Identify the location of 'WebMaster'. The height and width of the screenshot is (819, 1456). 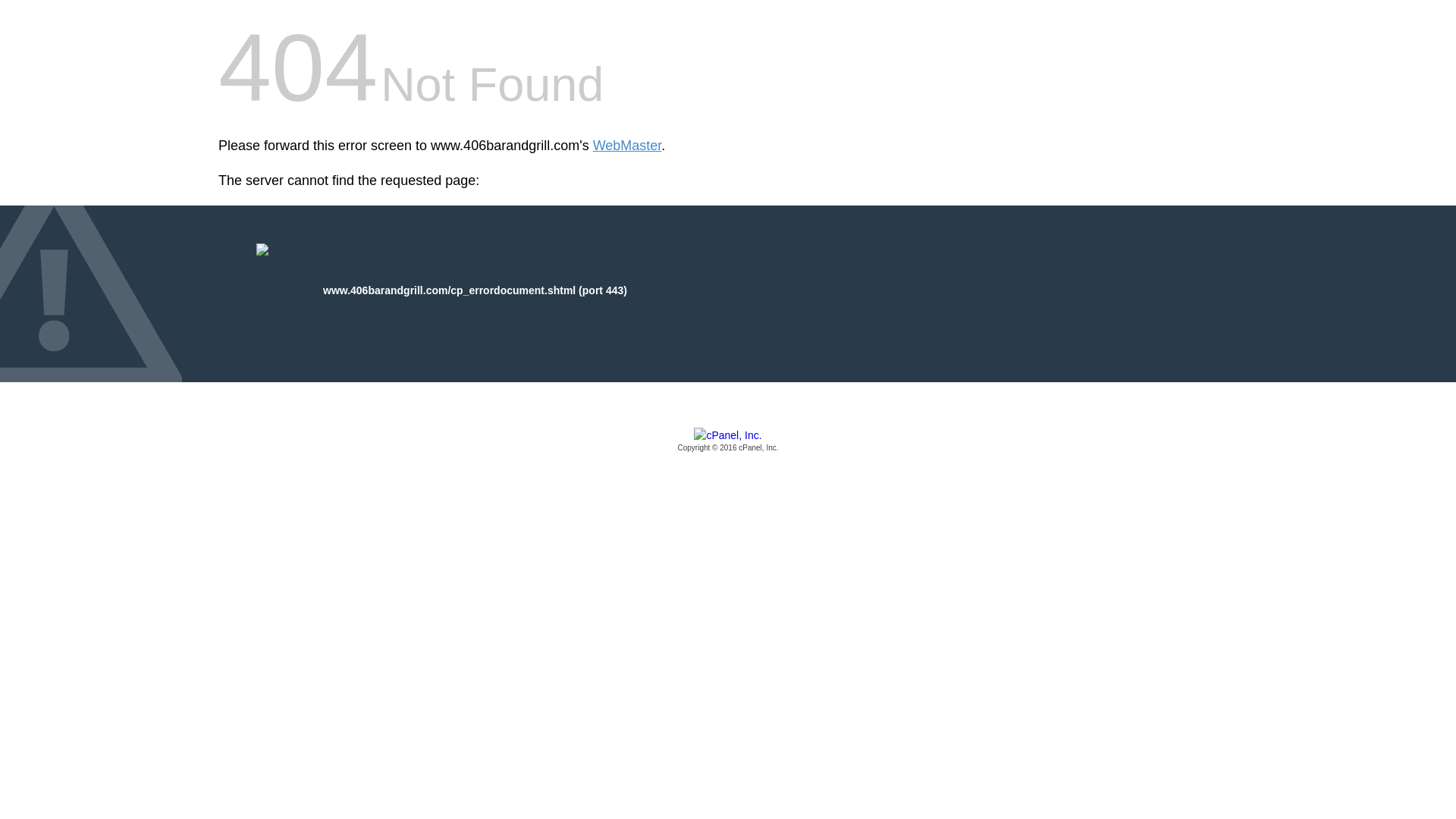
(592, 146).